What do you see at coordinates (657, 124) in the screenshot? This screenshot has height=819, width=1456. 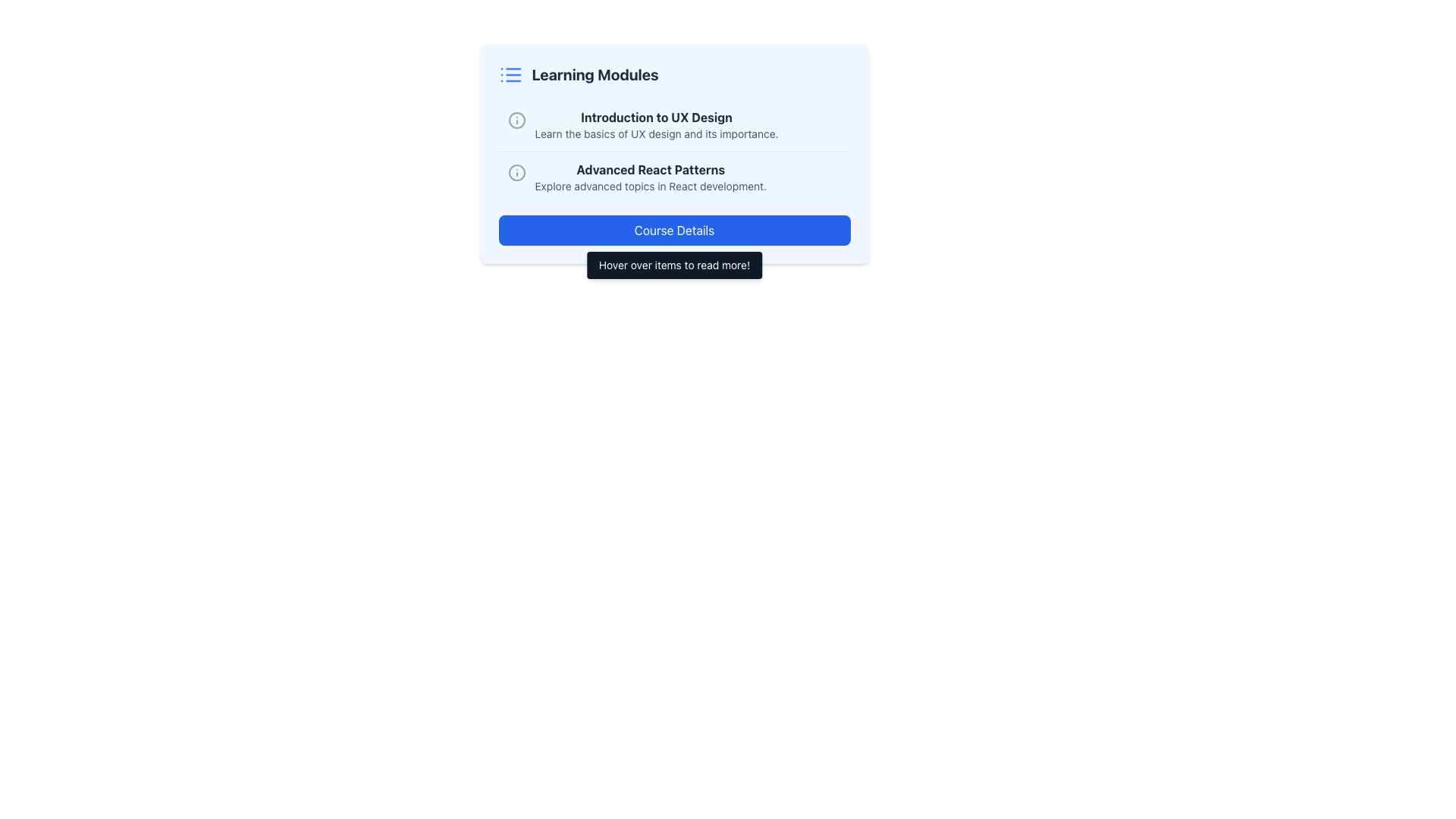 I see `the text element that serves as a description or header for 'Introduction to UX Design' to trigger potential interactions or tooltips` at bounding box center [657, 124].